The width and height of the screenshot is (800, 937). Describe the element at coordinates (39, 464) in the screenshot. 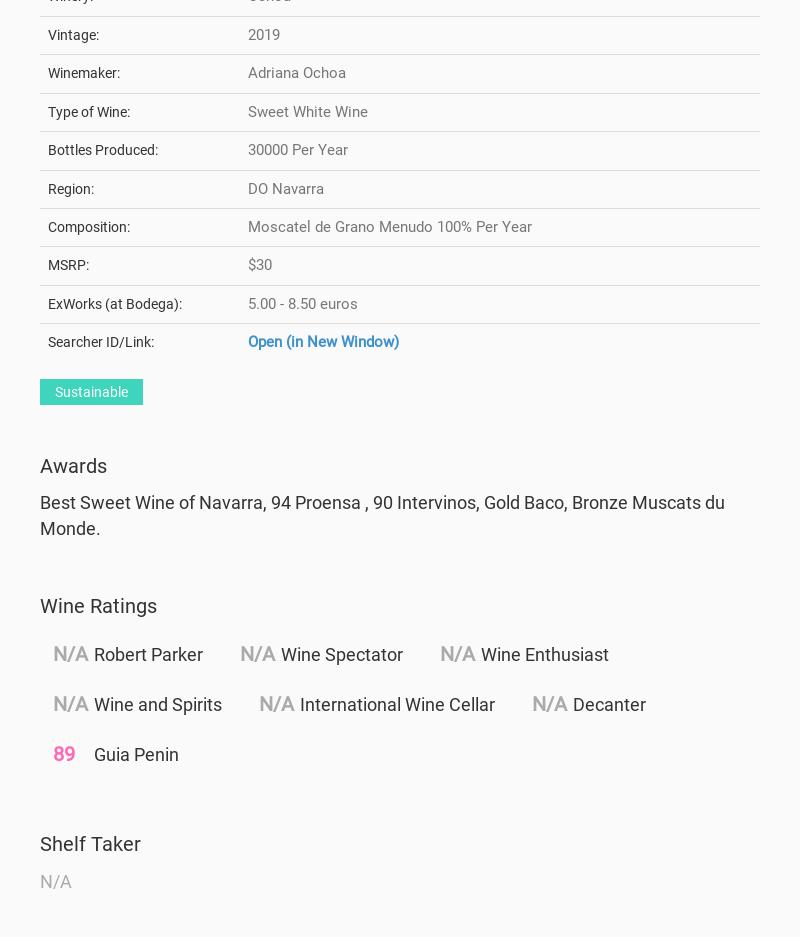

I see `'Awards'` at that location.